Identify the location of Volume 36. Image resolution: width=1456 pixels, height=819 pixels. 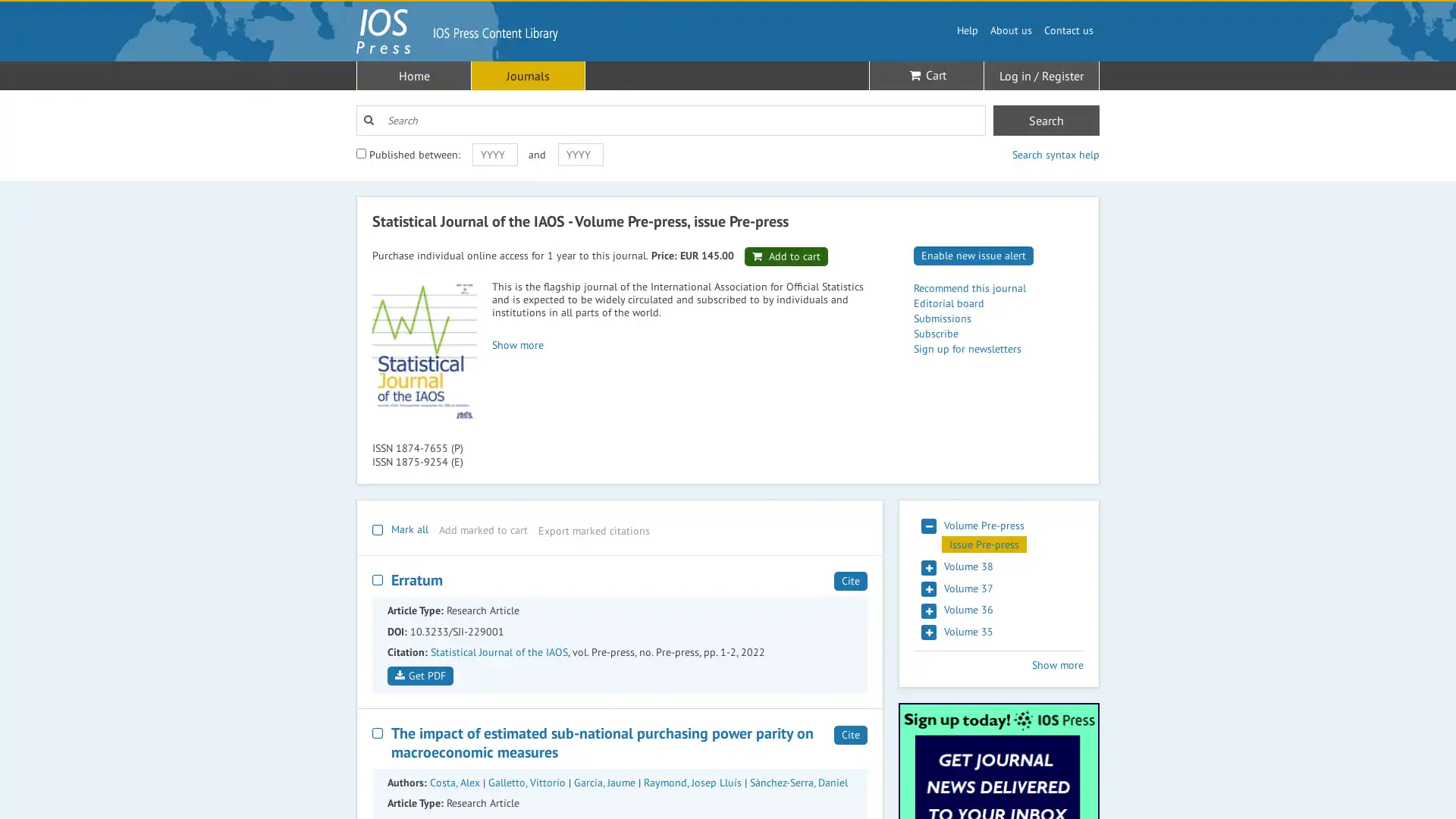
(956, 610).